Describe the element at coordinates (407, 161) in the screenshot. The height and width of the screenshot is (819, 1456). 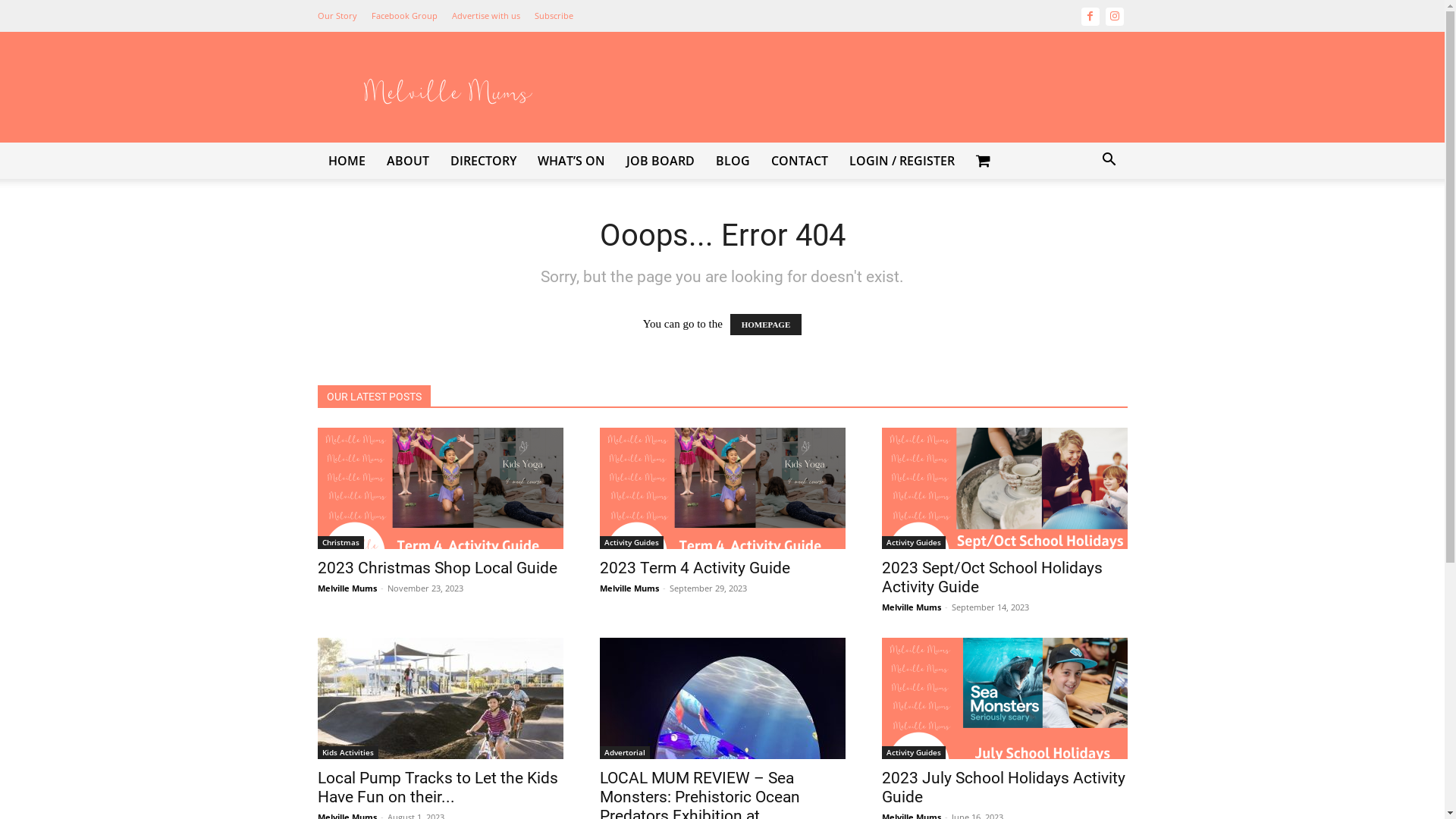
I see `'ABOUT'` at that location.